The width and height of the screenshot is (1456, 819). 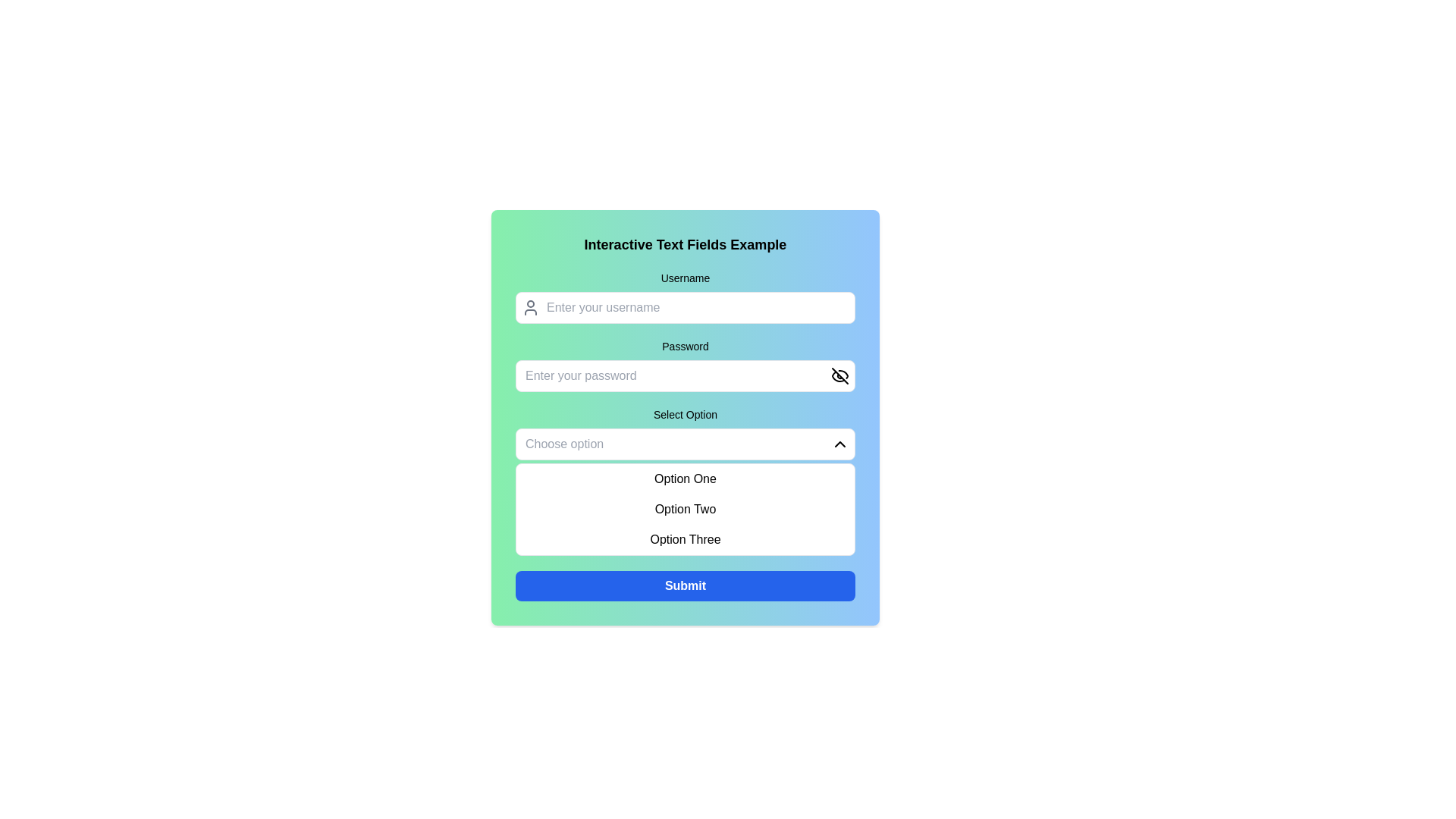 What do you see at coordinates (531, 307) in the screenshot?
I see `the minimalistic profile icon located to the left of the 'Enter your username' text input placeholder` at bounding box center [531, 307].